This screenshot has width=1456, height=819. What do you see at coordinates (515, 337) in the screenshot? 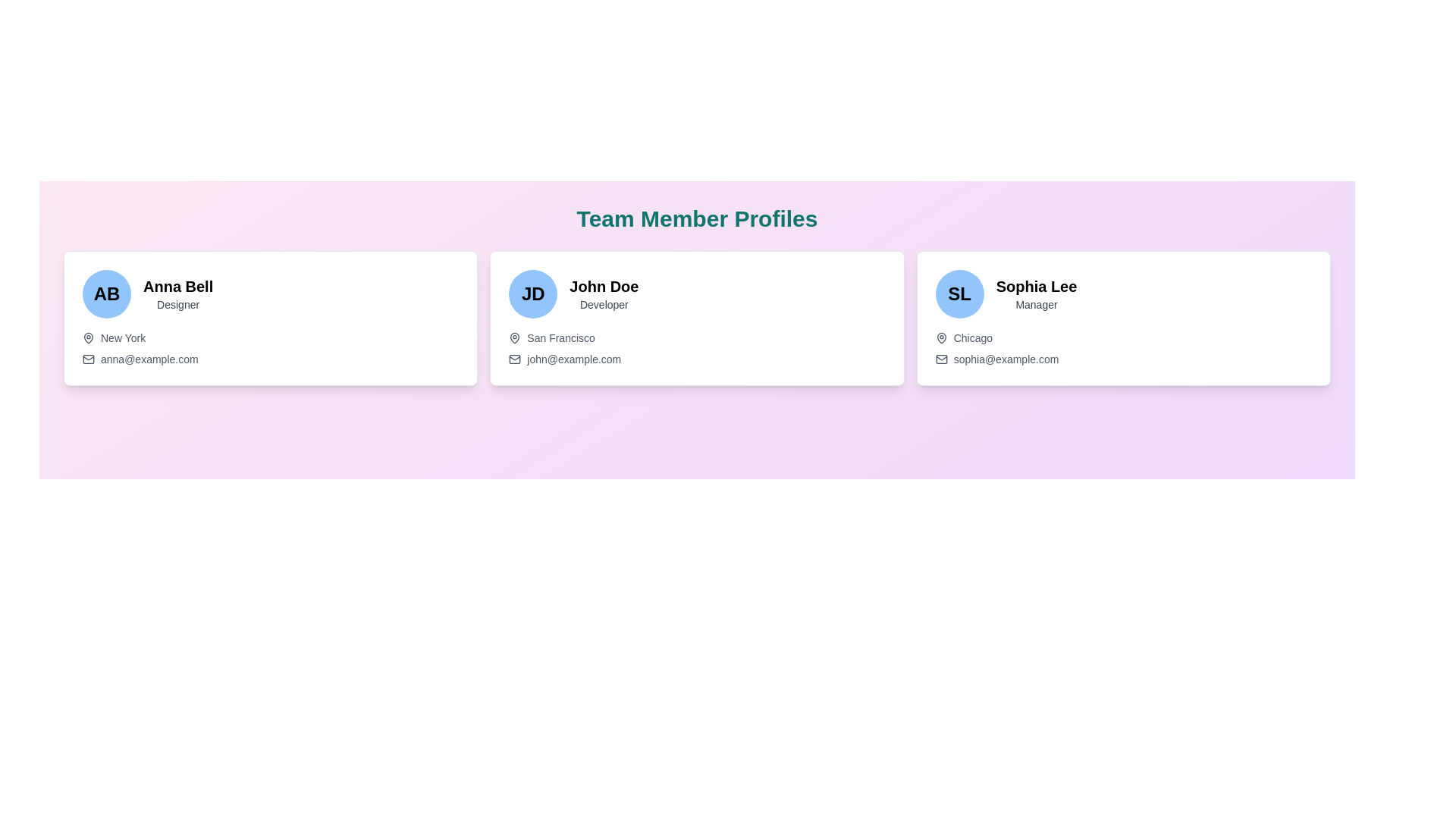
I see `the map pin icon located in John Doe's profile card, positioned below his name and to the left of 'San Francisco'` at bounding box center [515, 337].